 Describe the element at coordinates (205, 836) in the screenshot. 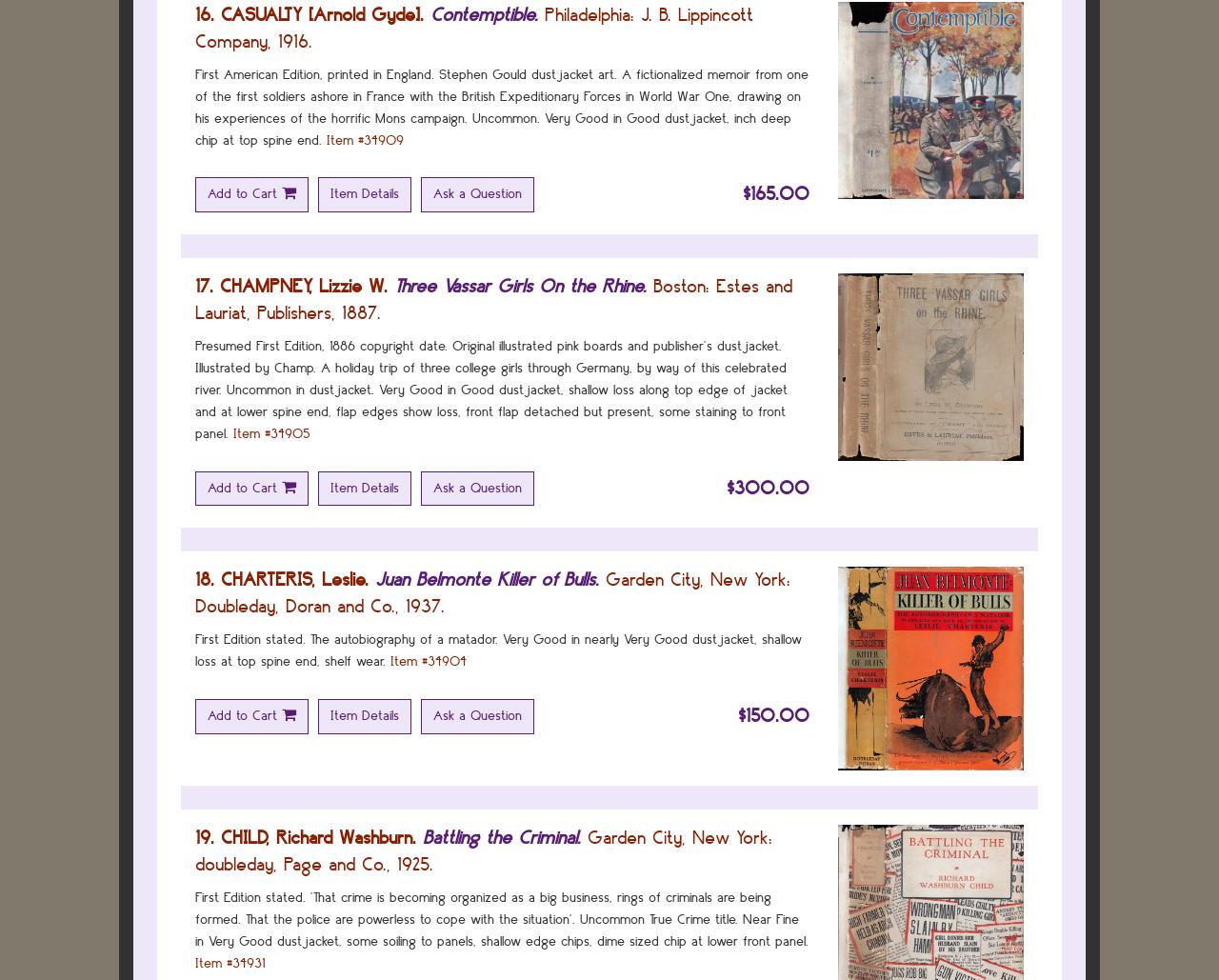

I see `'19.'` at that location.